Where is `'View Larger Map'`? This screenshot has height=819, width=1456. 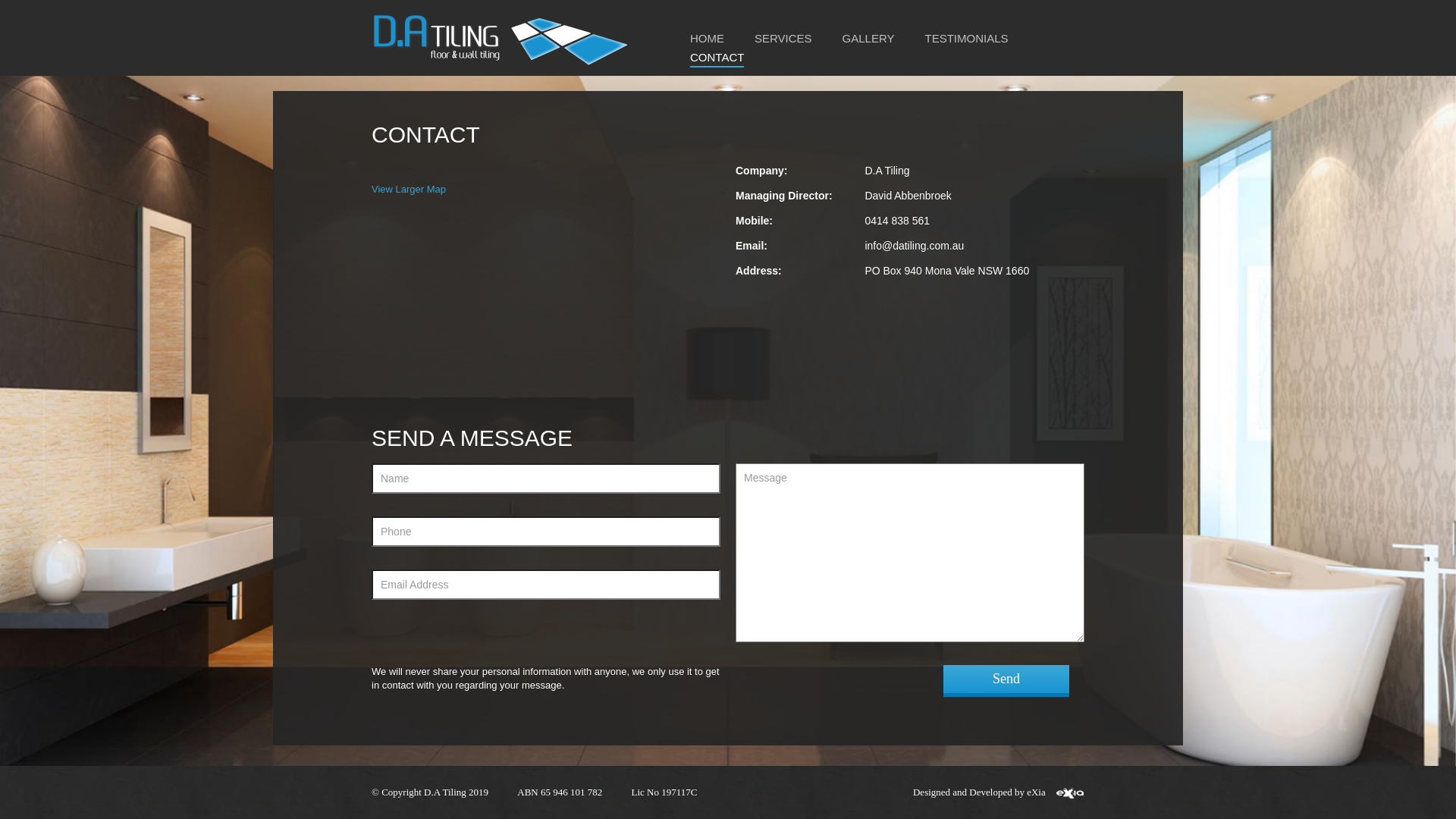 'View Larger Map' is located at coordinates (371, 188).